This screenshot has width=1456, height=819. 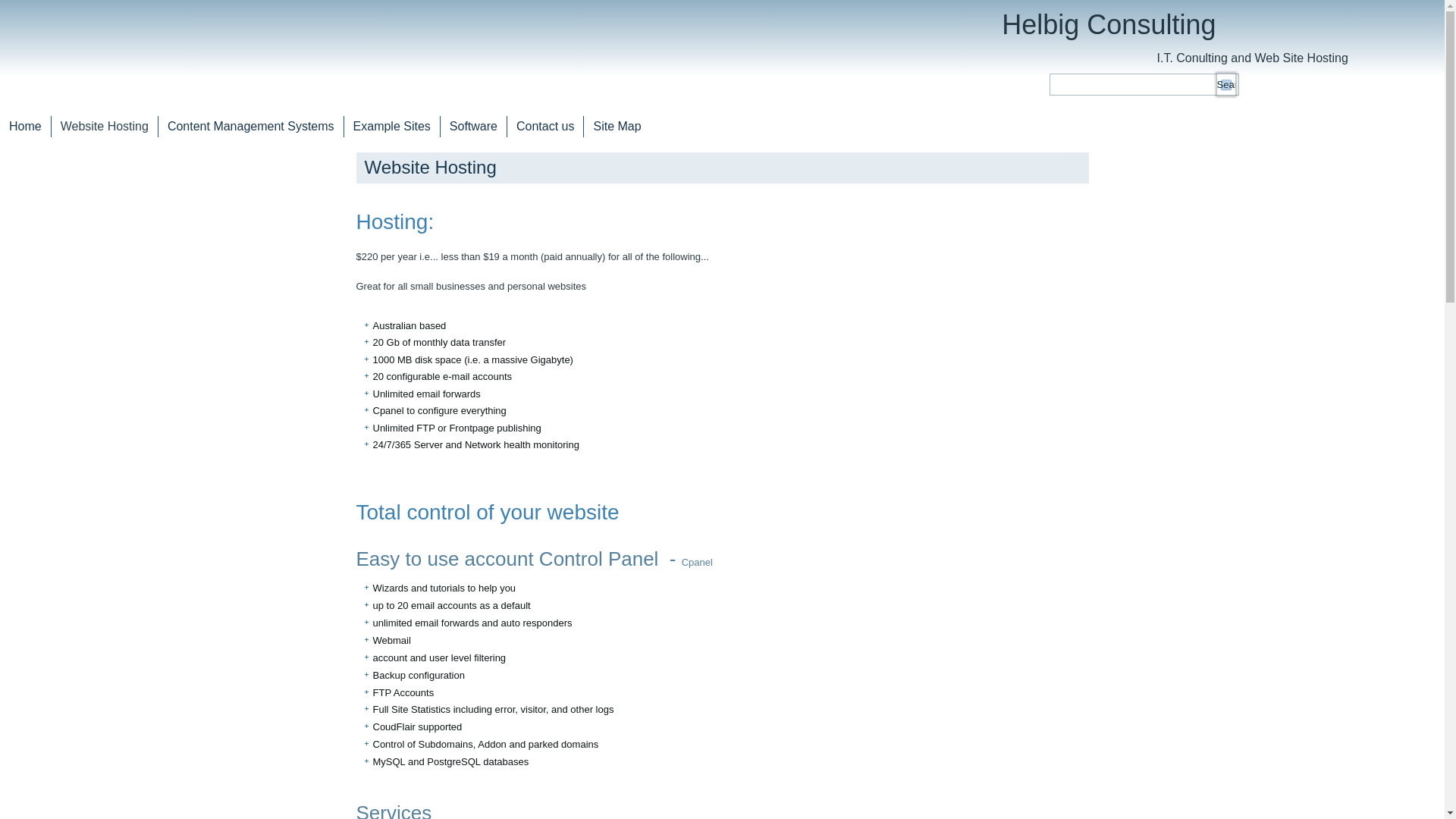 What do you see at coordinates (1109, 24) in the screenshot?
I see `'Helbig Consulting'` at bounding box center [1109, 24].